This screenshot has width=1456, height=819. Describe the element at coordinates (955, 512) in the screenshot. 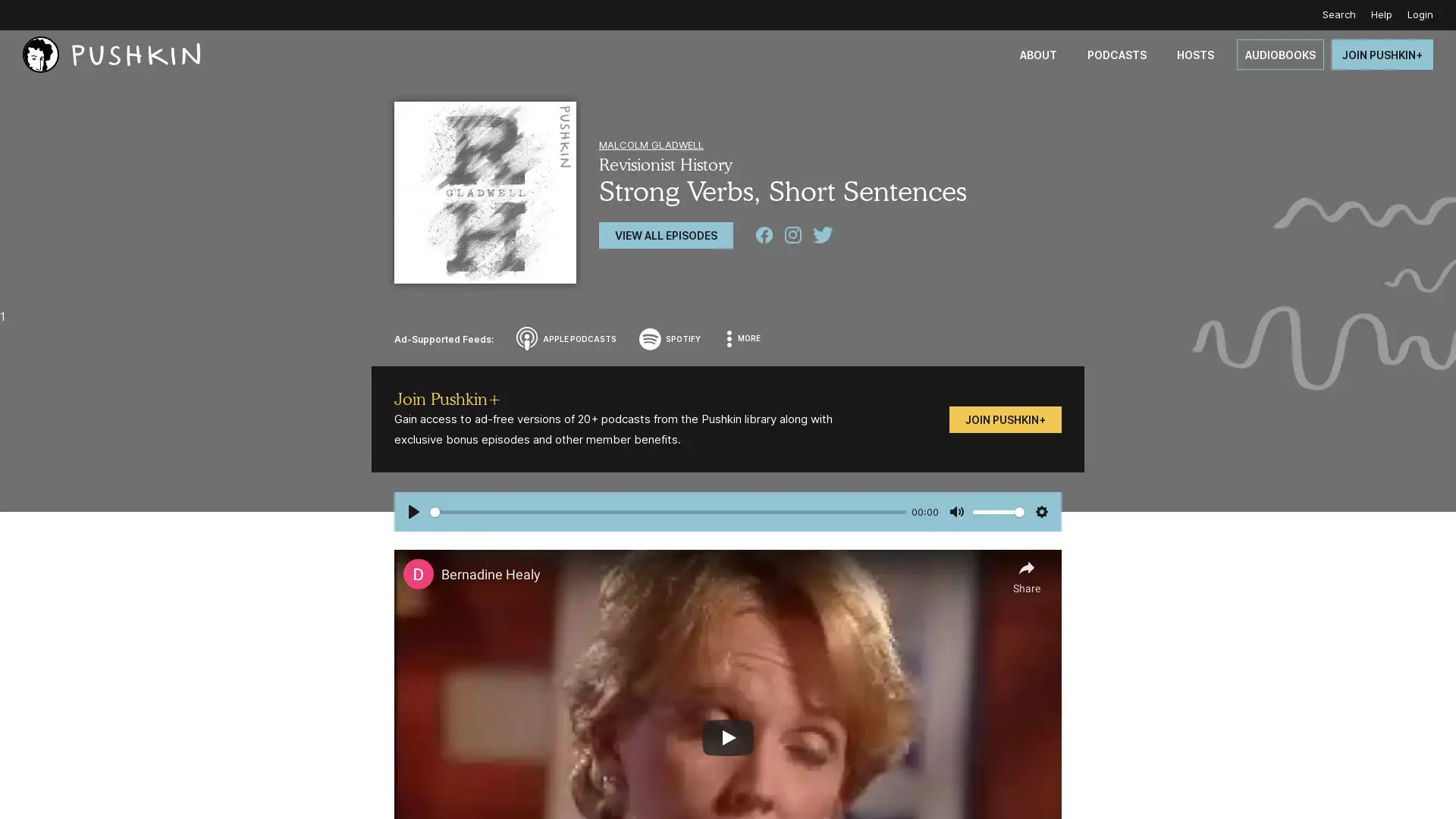

I see `Mute` at that location.